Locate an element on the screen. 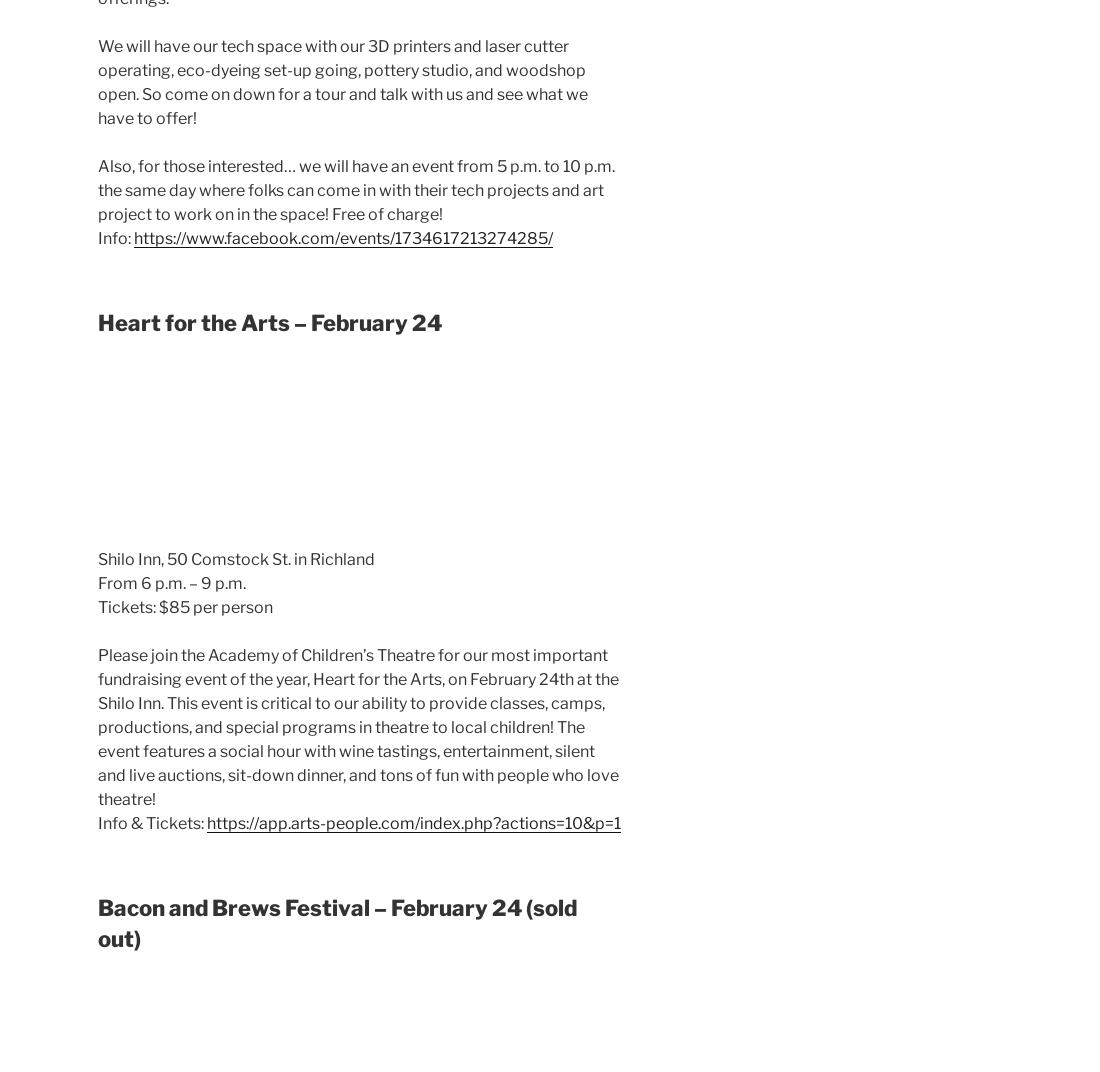  'From 6 p.m. – 9 p.m.' is located at coordinates (171, 582).